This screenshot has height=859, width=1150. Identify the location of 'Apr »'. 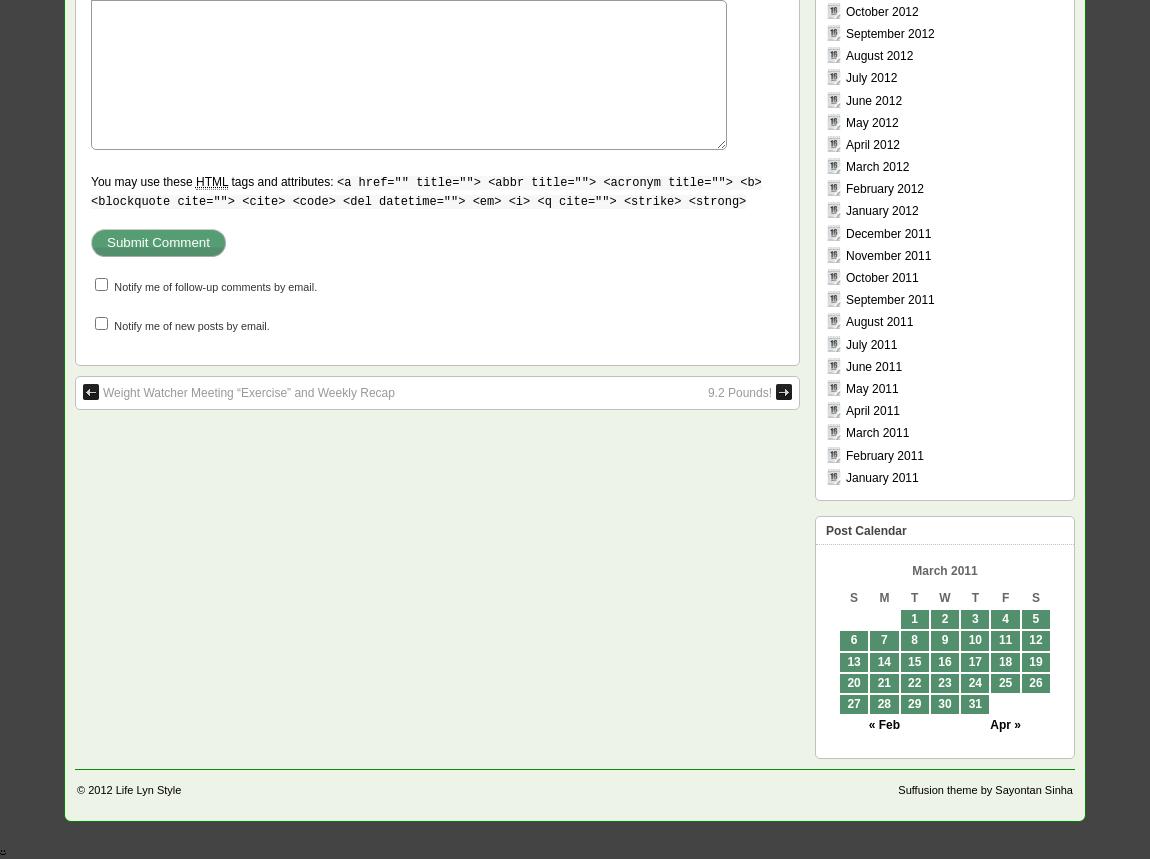
(1004, 723).